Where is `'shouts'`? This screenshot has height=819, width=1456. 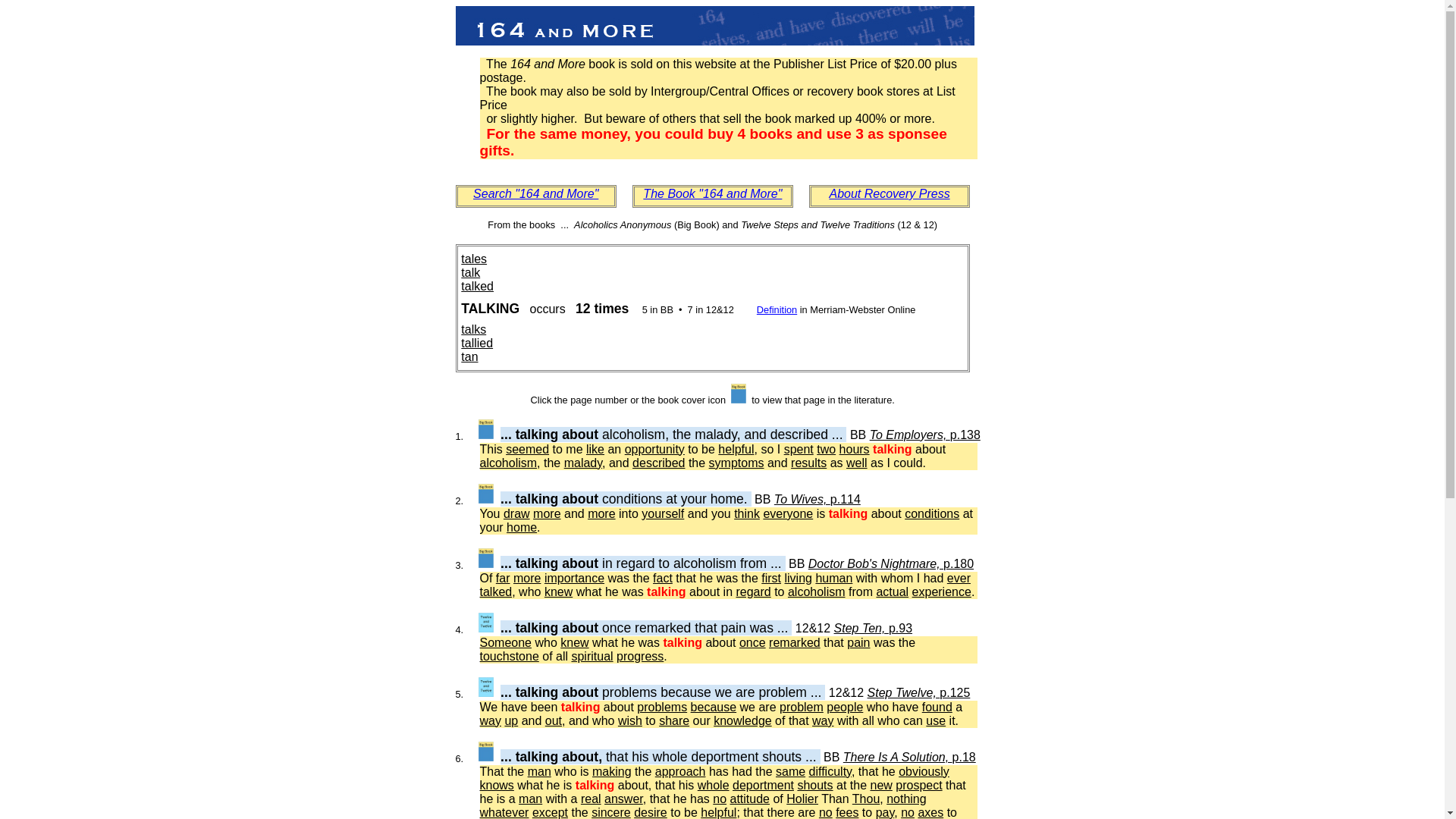
'shouts' is located at coordinates (814, 785).